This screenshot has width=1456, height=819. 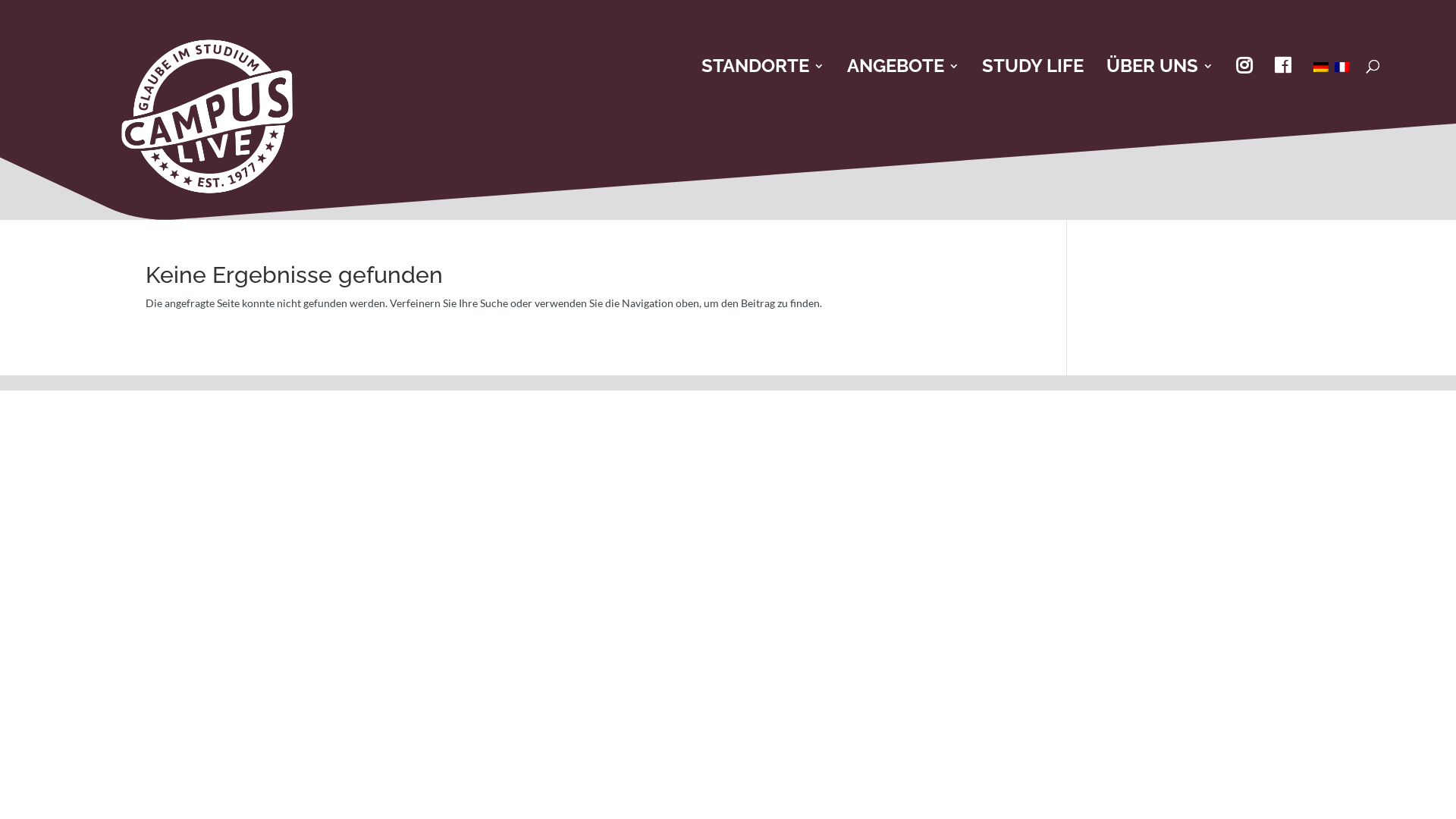 What do you see at coordinates (902, 65) in the screenshot?
I see `'ANGEBOTE'` at bounding box center [902, 65].